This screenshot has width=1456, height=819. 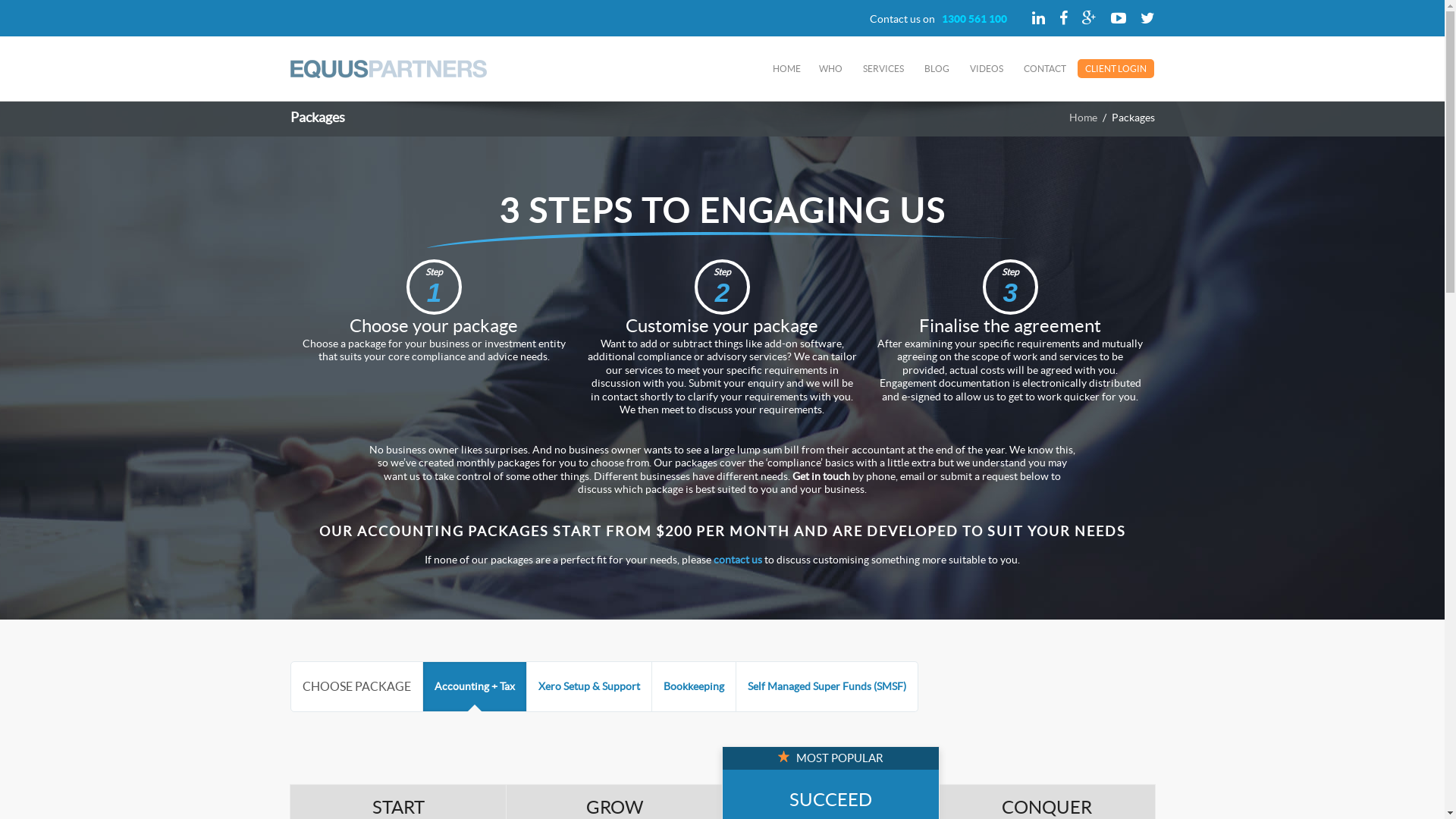 I want to click on 'CONTACT', so click(x=1043, y=68).